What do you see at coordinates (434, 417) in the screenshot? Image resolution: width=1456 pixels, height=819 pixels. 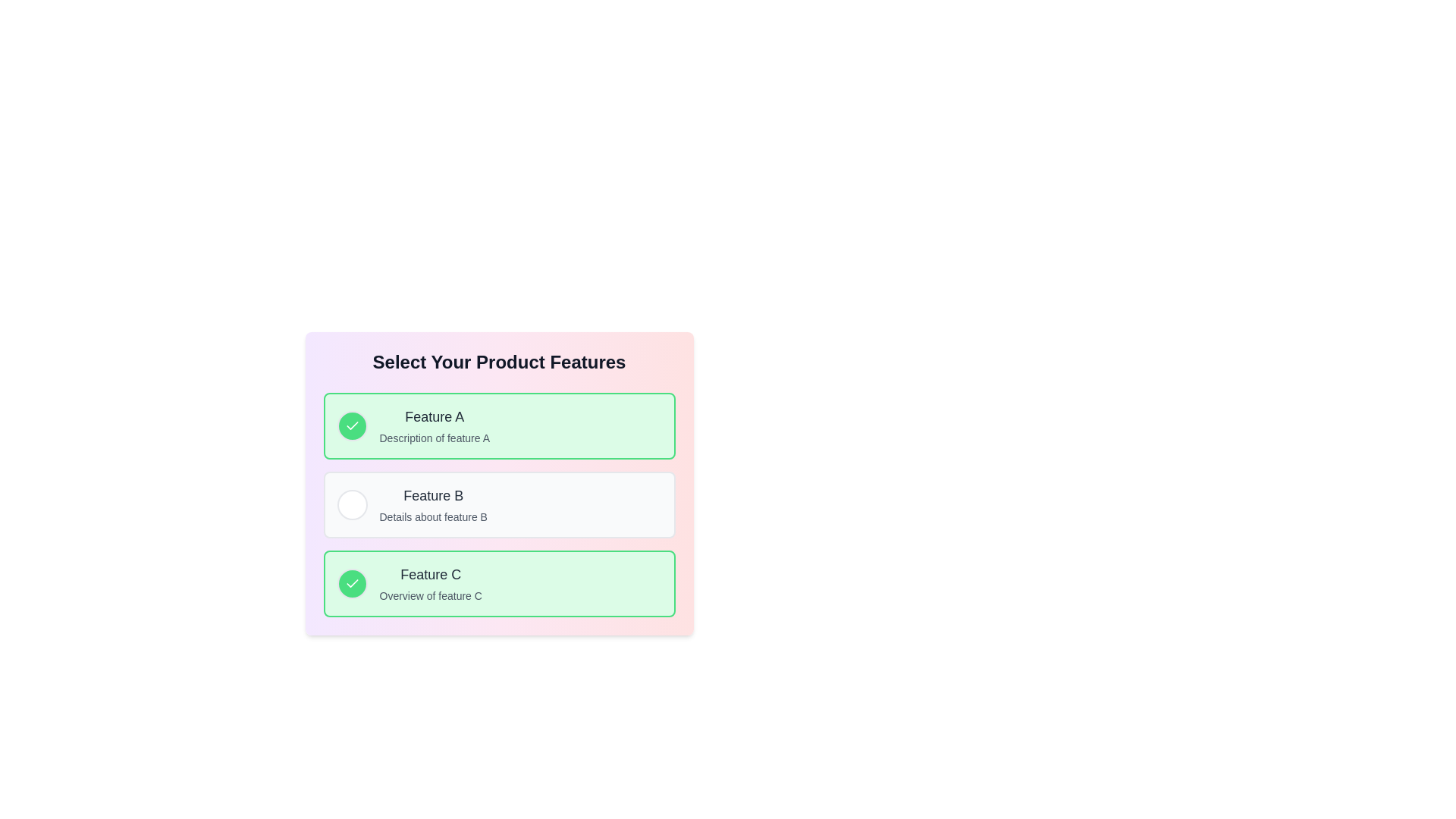 I see `the text label component displaying 'Feature A', which is prominently styled in bold gray font and located within a green background card-like structure` at bounding box center [434, 417].